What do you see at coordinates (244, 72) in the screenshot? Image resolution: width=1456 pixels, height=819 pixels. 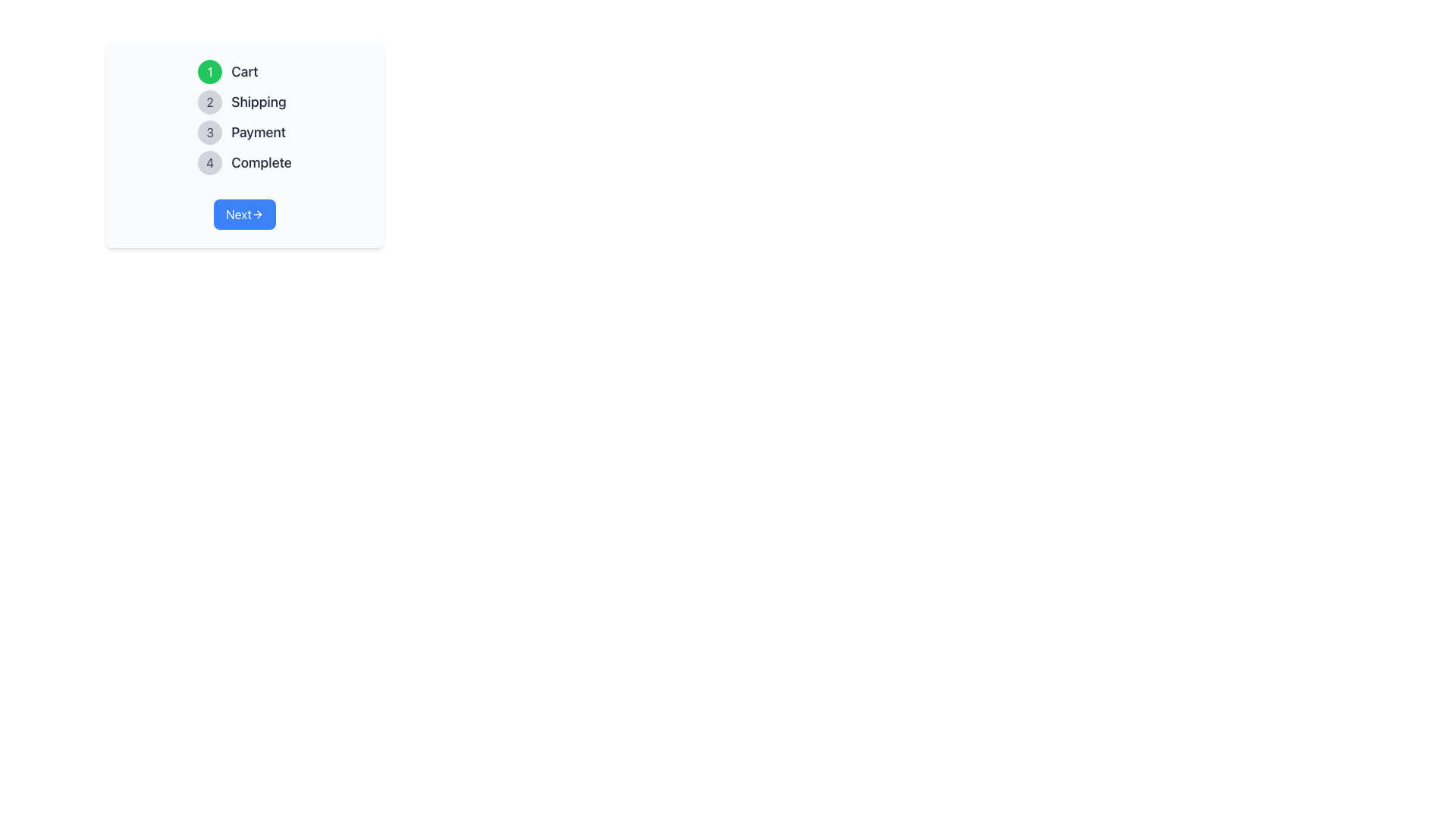 I see `the text label displaying 'Cart' in dark gray, which is located to the right of the green circular icon labeled '1'` at bounding box center [244, 72].